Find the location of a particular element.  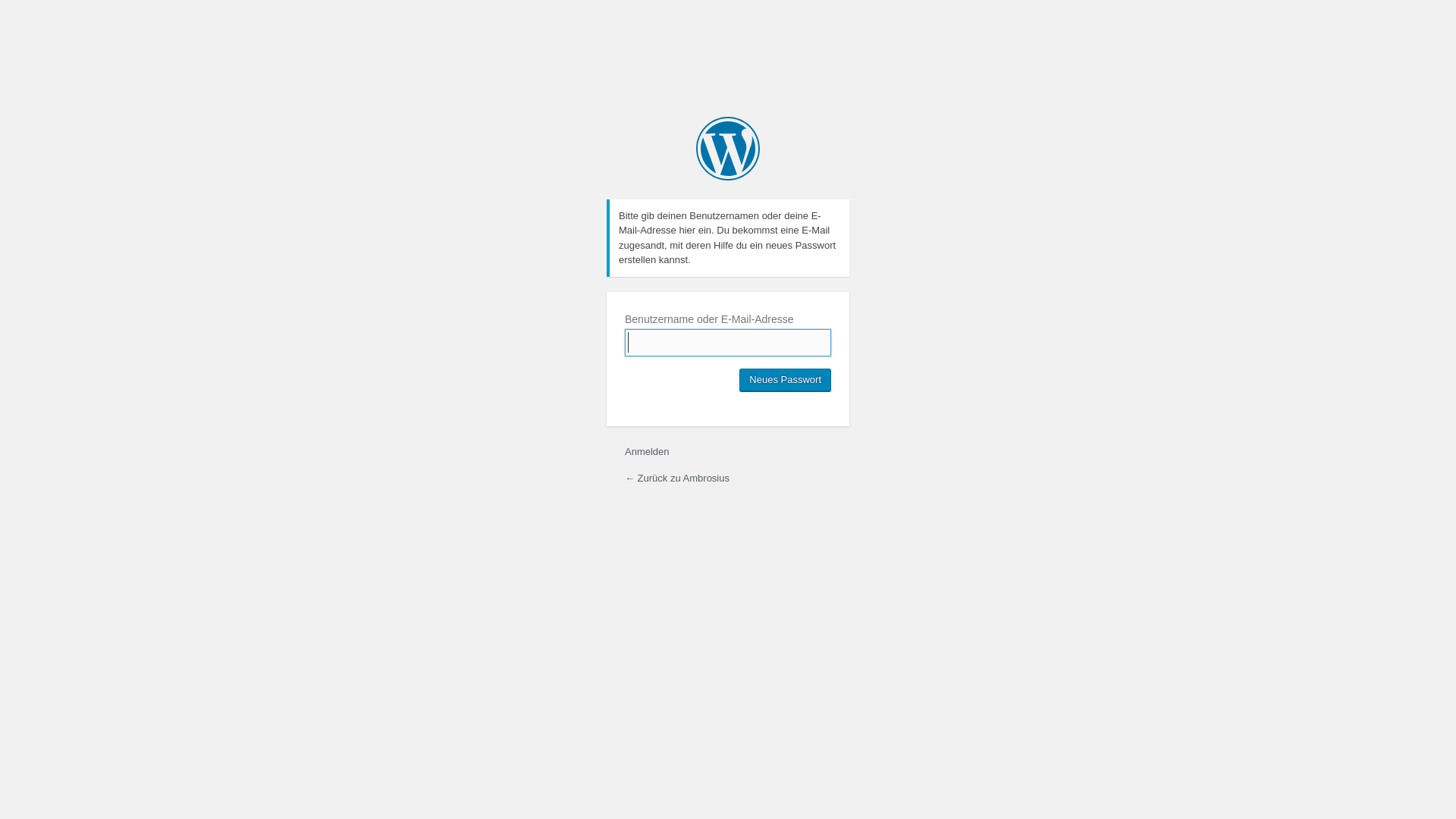

'Neues Passwort' is located at coordinates (785, 379).